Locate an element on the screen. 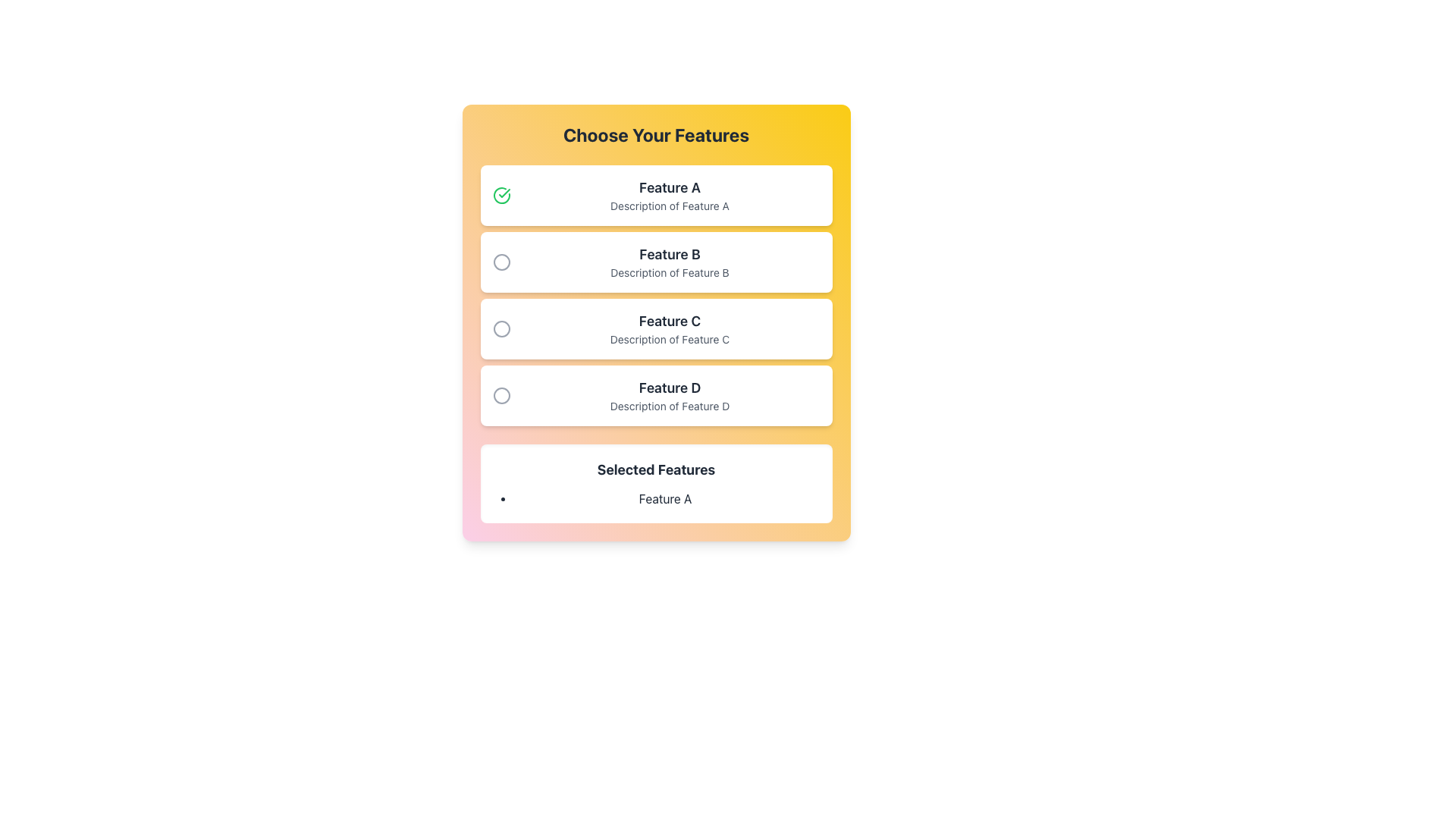 The width and height of the screenshot is (1456, 819). the third radio button indicator in the vertical list, which is associated with 'Feature C' is located at coordinates (501, 328).